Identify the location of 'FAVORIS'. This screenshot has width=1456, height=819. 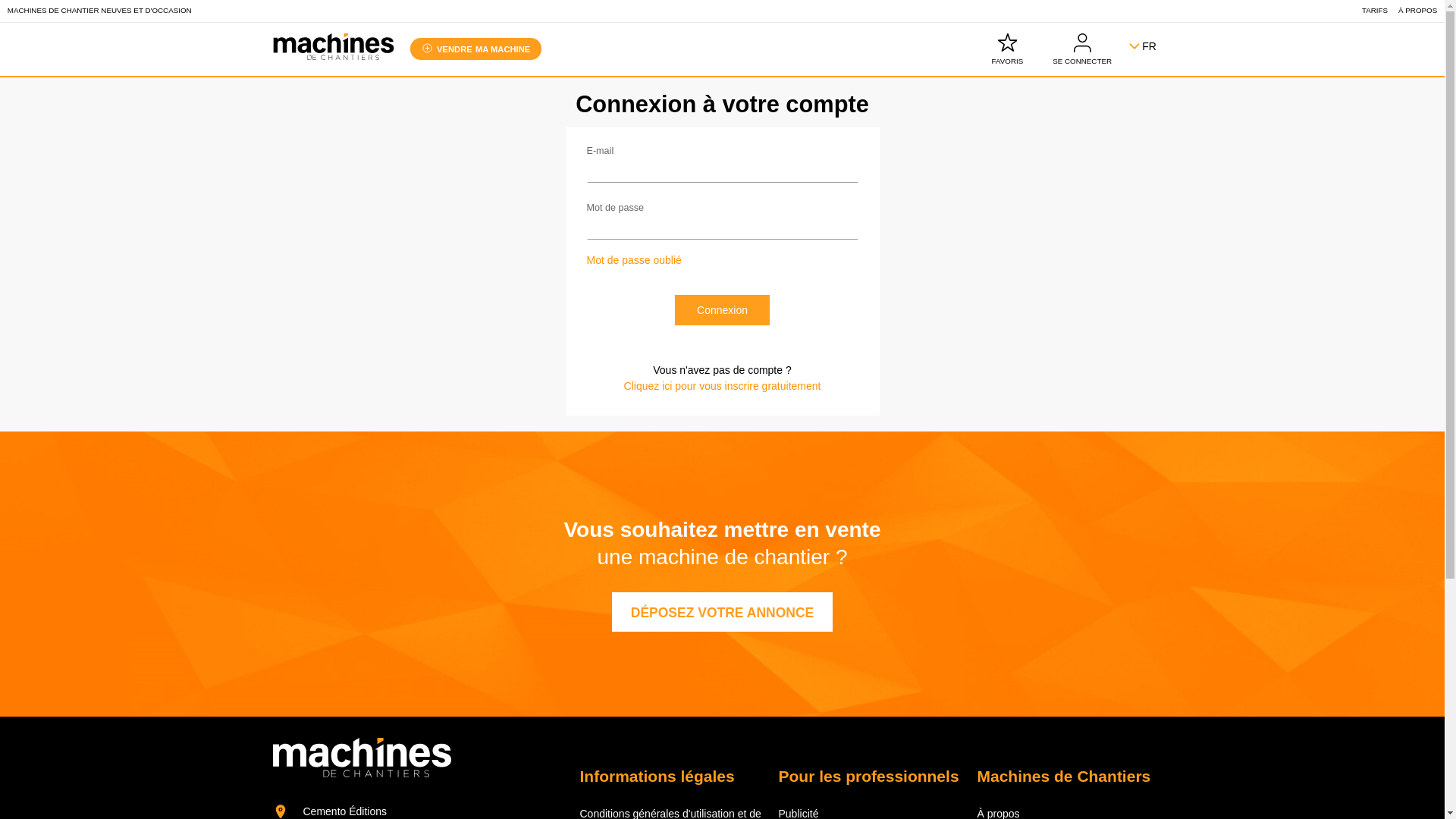
(1007, 49).